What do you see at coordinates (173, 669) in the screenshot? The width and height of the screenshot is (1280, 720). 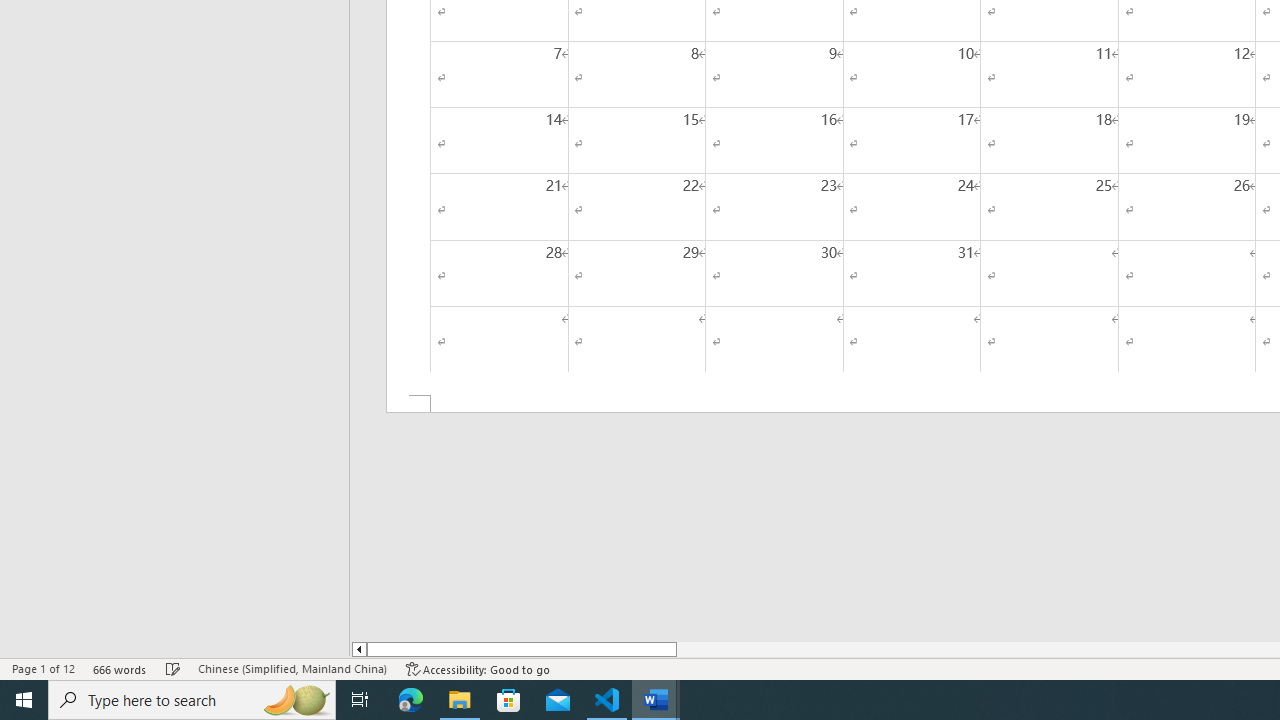 I see `'Spelling and Grammar Check Checking'` at bounding box center [173, 669].